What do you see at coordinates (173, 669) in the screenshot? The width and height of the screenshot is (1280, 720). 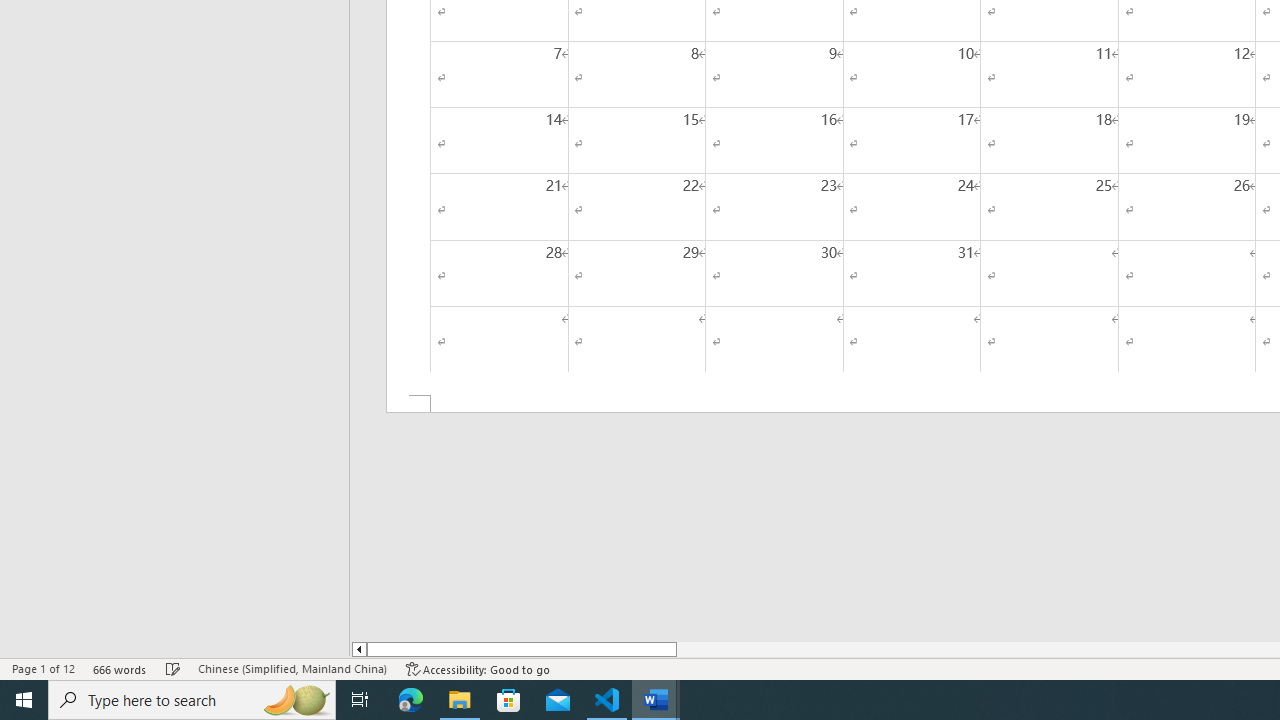 I see `'Spelling and Grammar Check Checking'` at bounding box center [173, 669].